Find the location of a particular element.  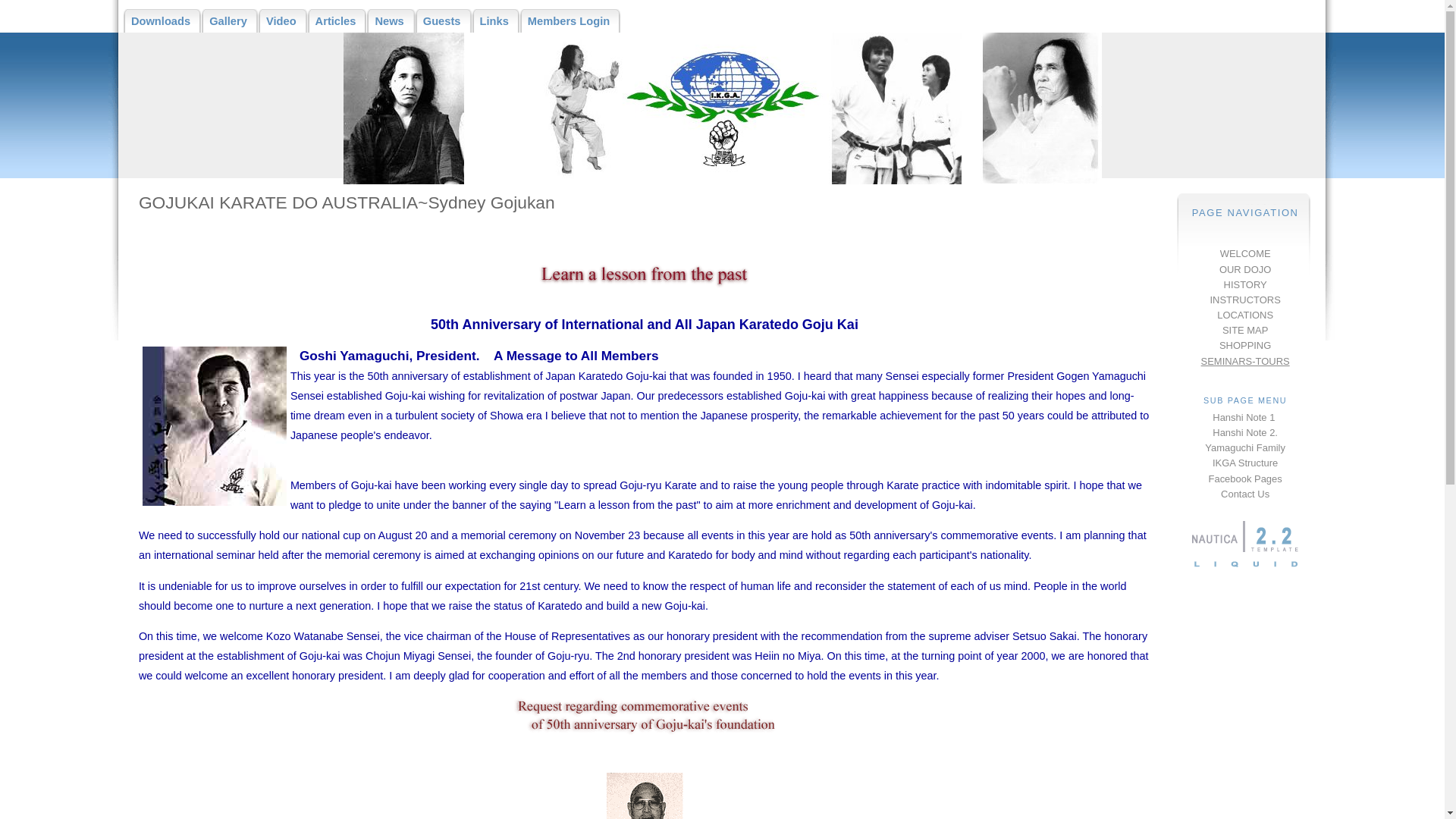

'Members Login' is located at coordinates (570, 20).